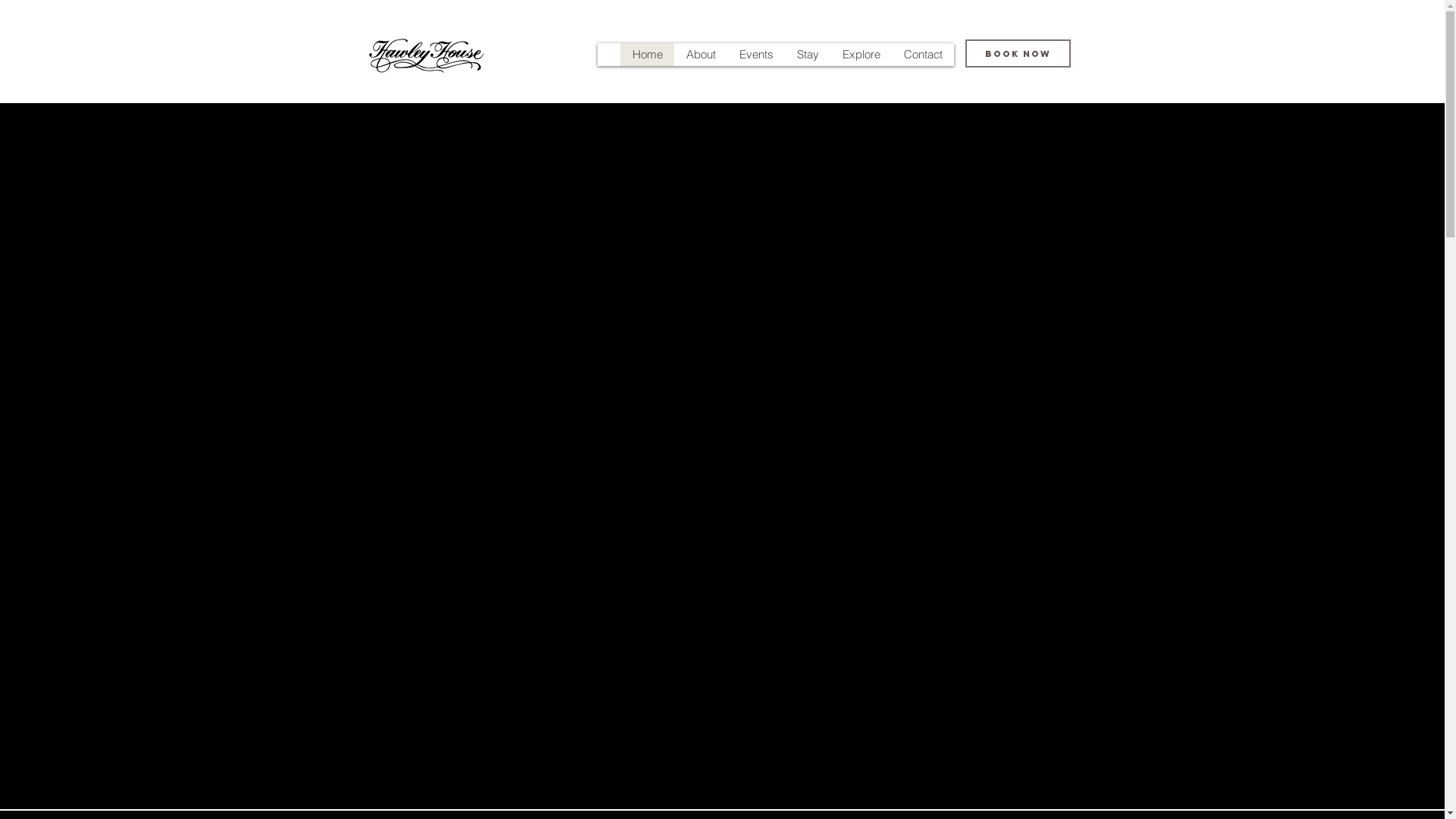 The image size is (1456, 819). What do you see at coordinates (860, 54) in the screenshot?
I see `'Explore'` at bounding box center [860, 54].